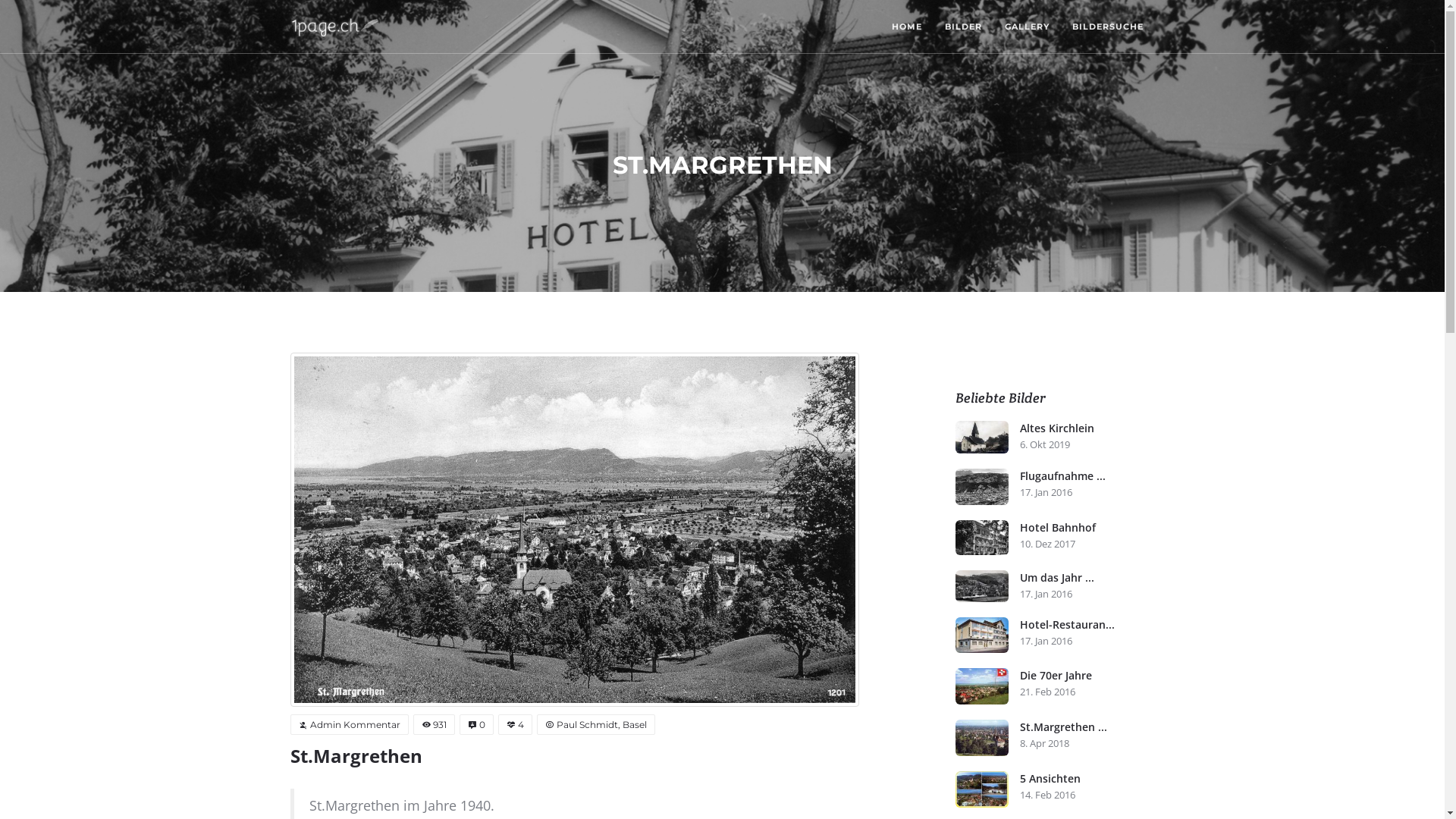 The height and width of the screenshot is (819, 1456). Describe the element at coordinates (1087, 625) in the screenshot. I see `'Hotel-Restauran...'` at that location.